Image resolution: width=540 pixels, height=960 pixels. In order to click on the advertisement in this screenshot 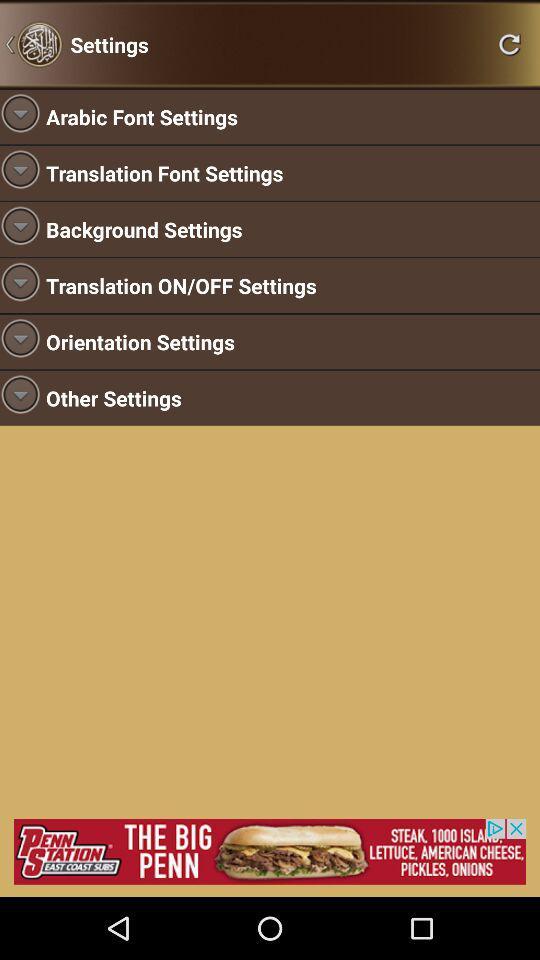, I will do `click(270, 850)`.